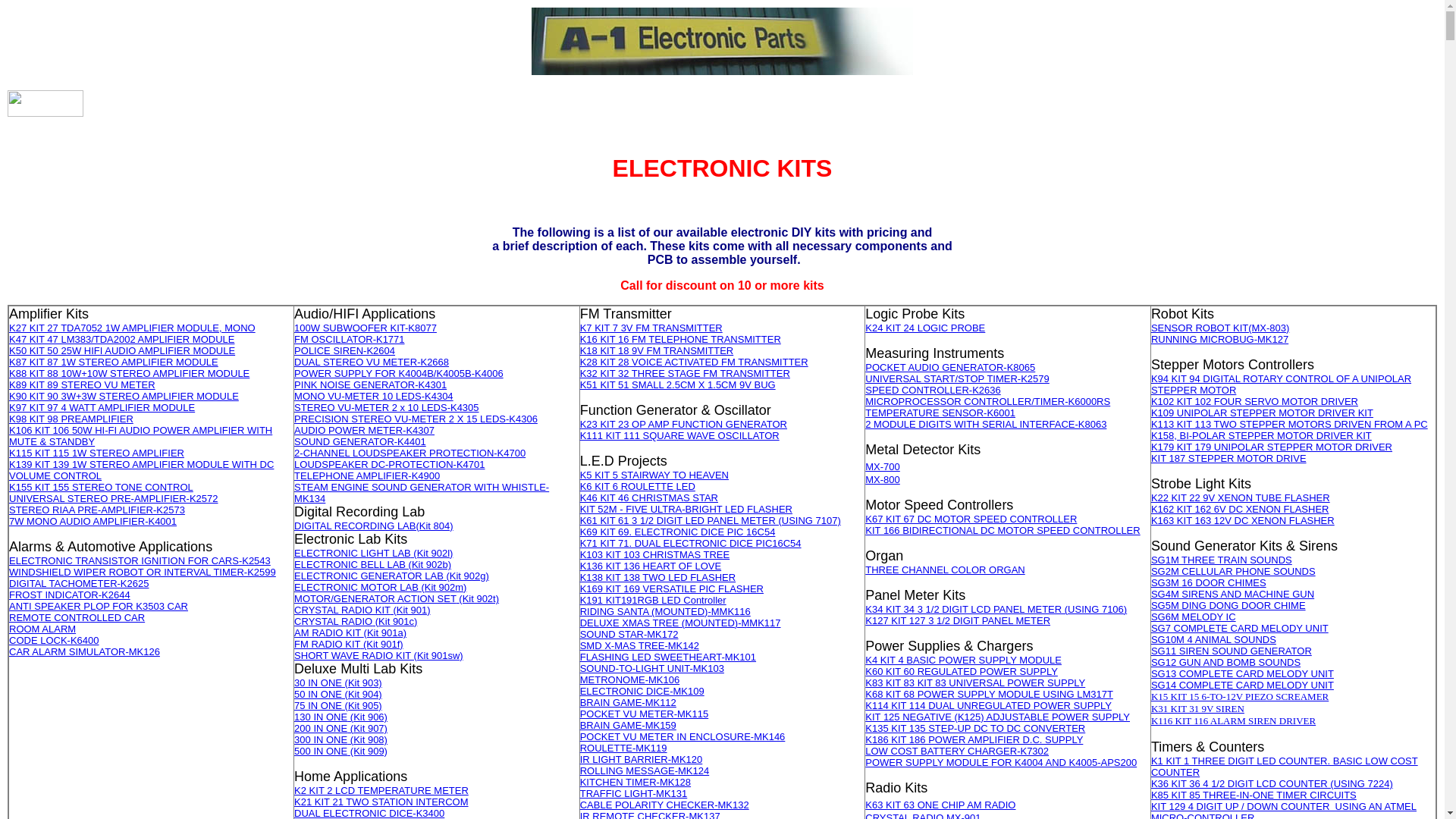  I want to click on 'K111 KIT 111 SQUARE WAVE OSCILLATOR', so click(679, 435).